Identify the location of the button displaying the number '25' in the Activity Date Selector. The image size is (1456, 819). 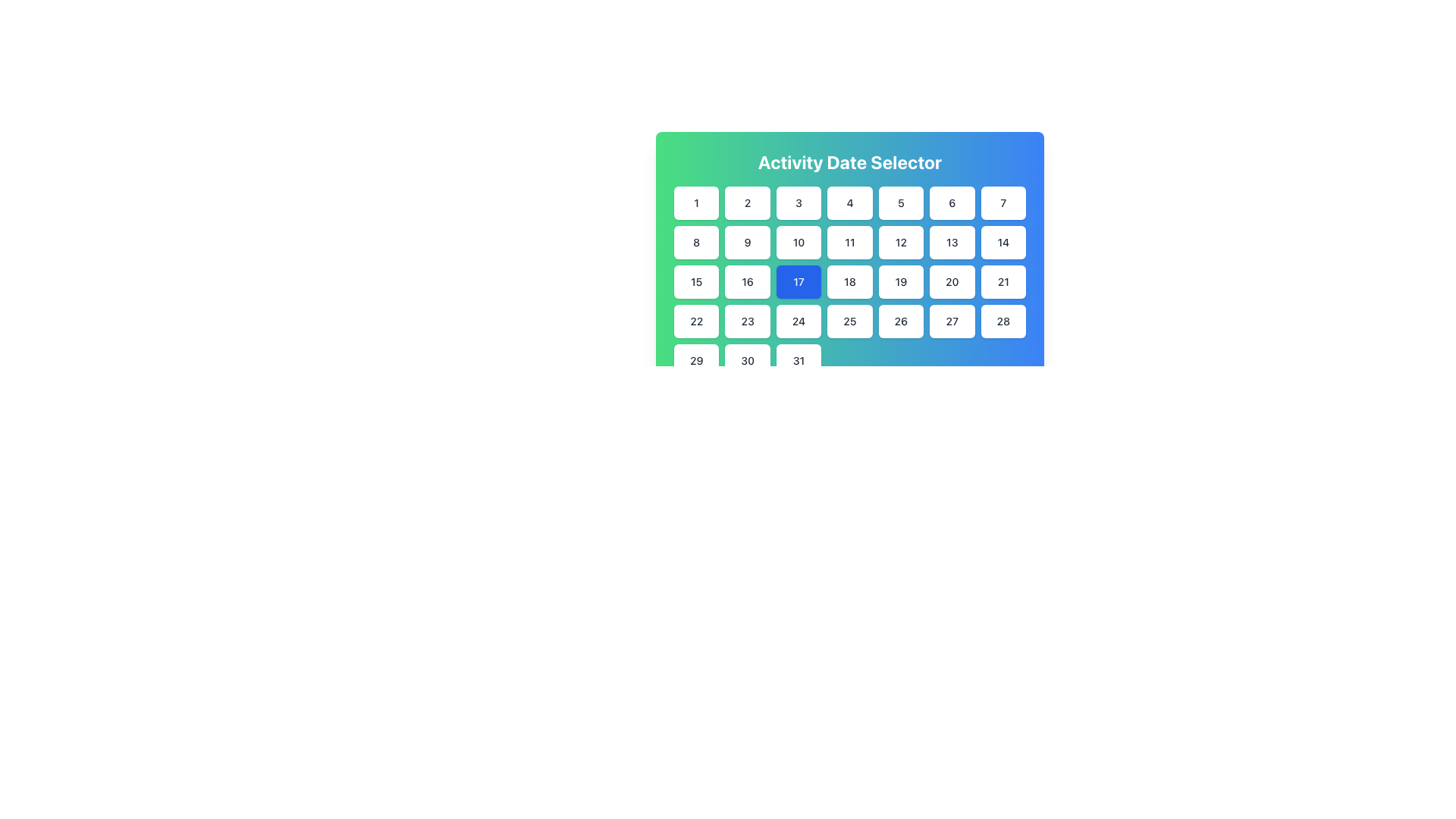
(849, 321).